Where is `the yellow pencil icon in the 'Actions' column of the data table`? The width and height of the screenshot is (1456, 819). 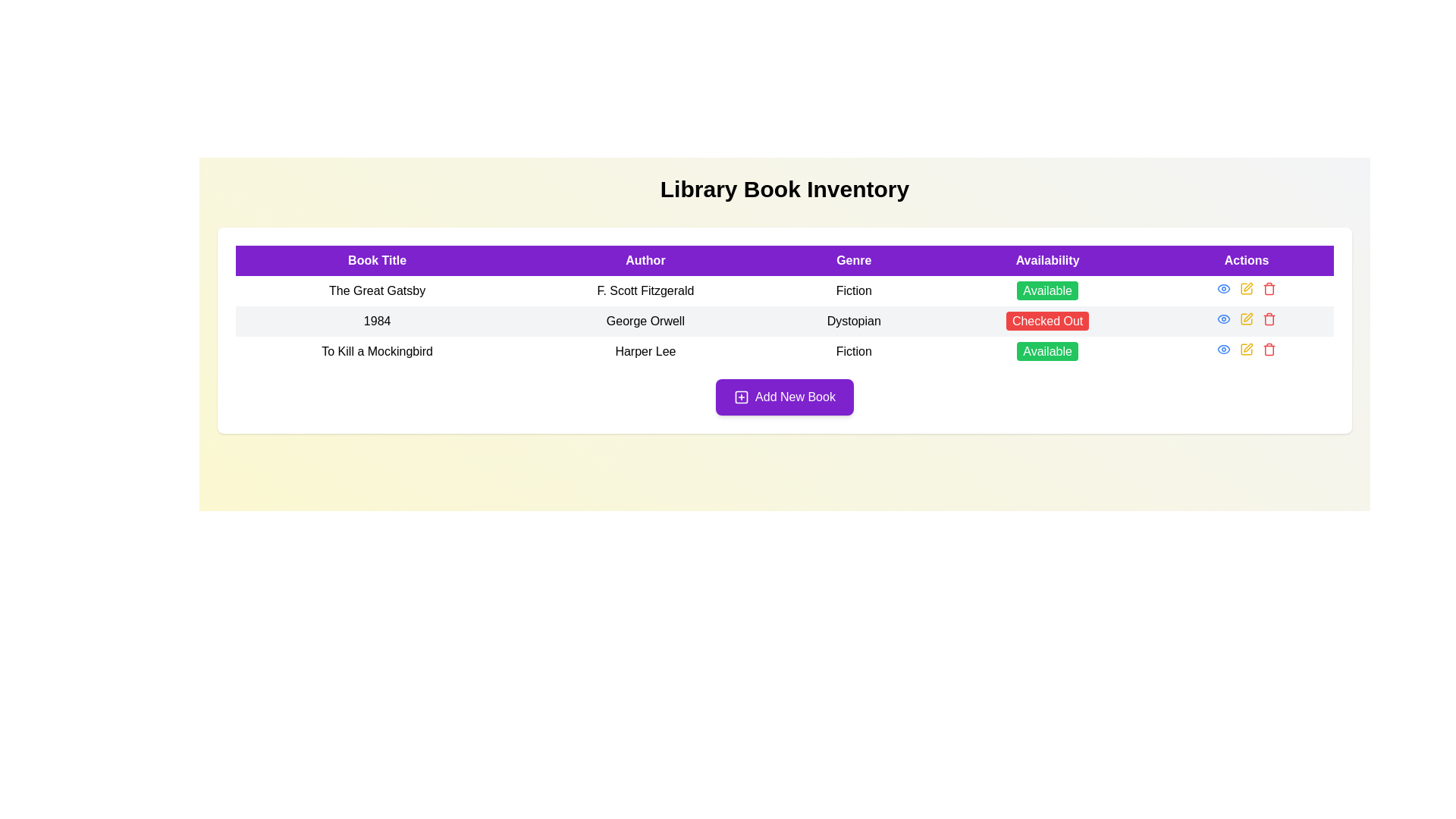
the yellow pencil icon in the 'Actions' column of the data table is located at coordinates (1248, 287).